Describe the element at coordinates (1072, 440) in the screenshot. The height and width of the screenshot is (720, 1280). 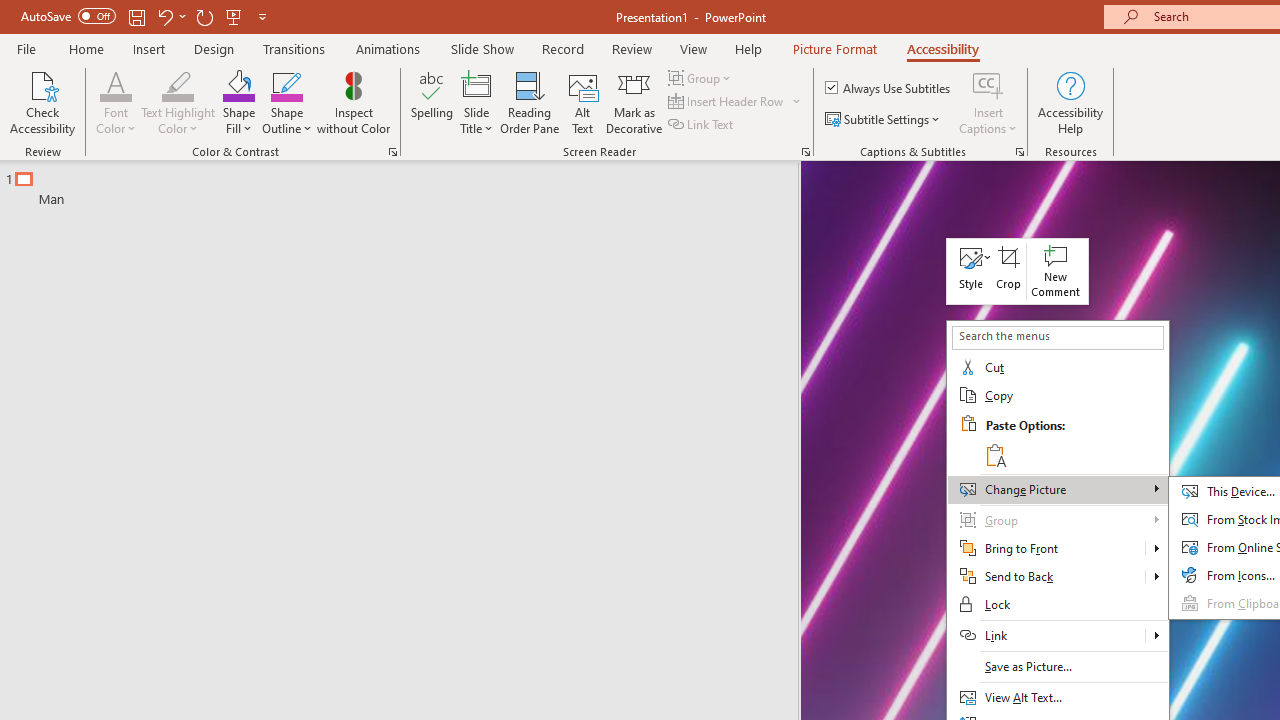
I see `'Paste Options'` at that location.